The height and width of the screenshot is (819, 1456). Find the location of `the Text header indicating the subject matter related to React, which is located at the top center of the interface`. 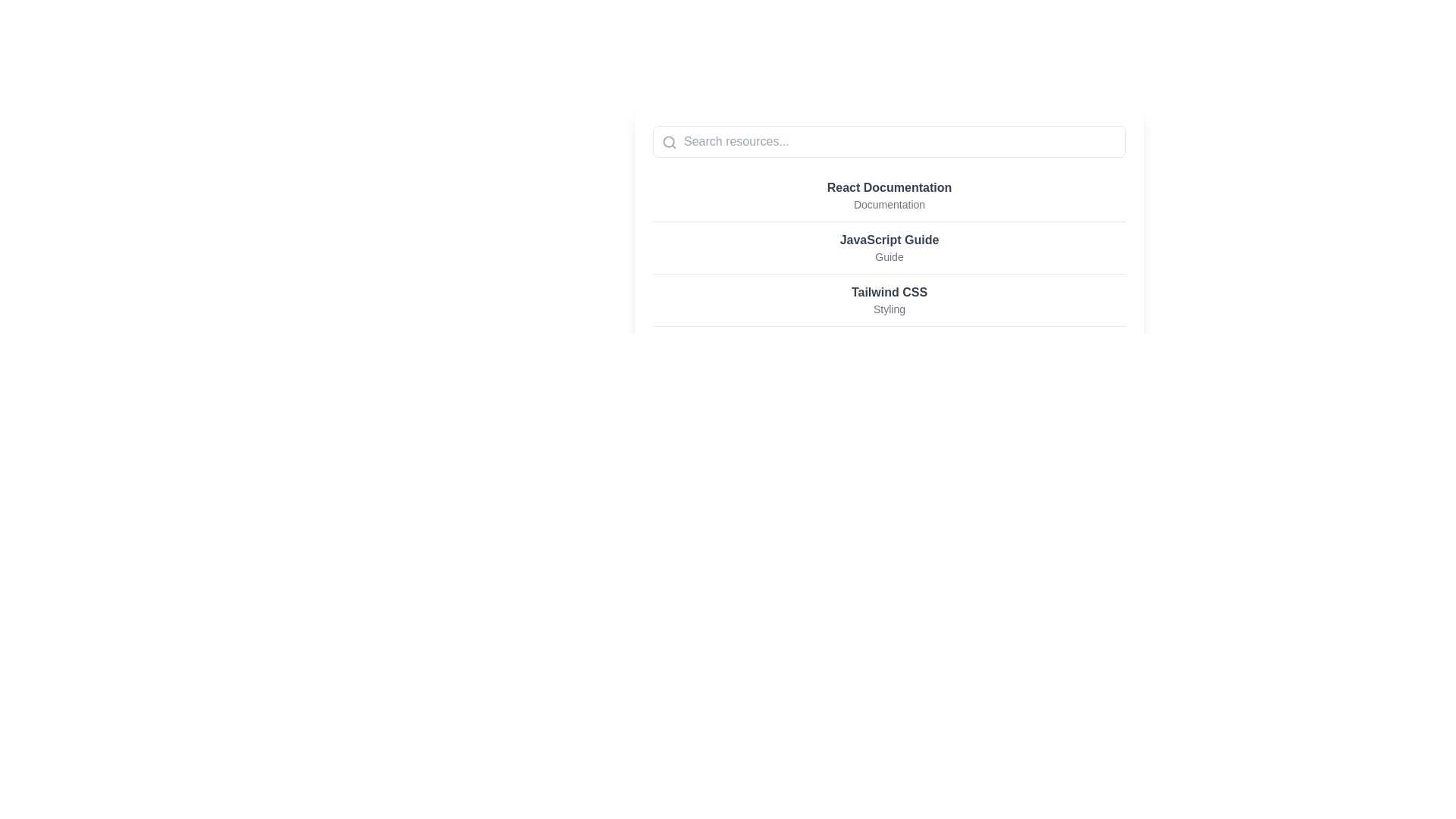

the Text header indicating the subject matter related to React, which is located at the top center of the interface is located at coordinates (889, 187).